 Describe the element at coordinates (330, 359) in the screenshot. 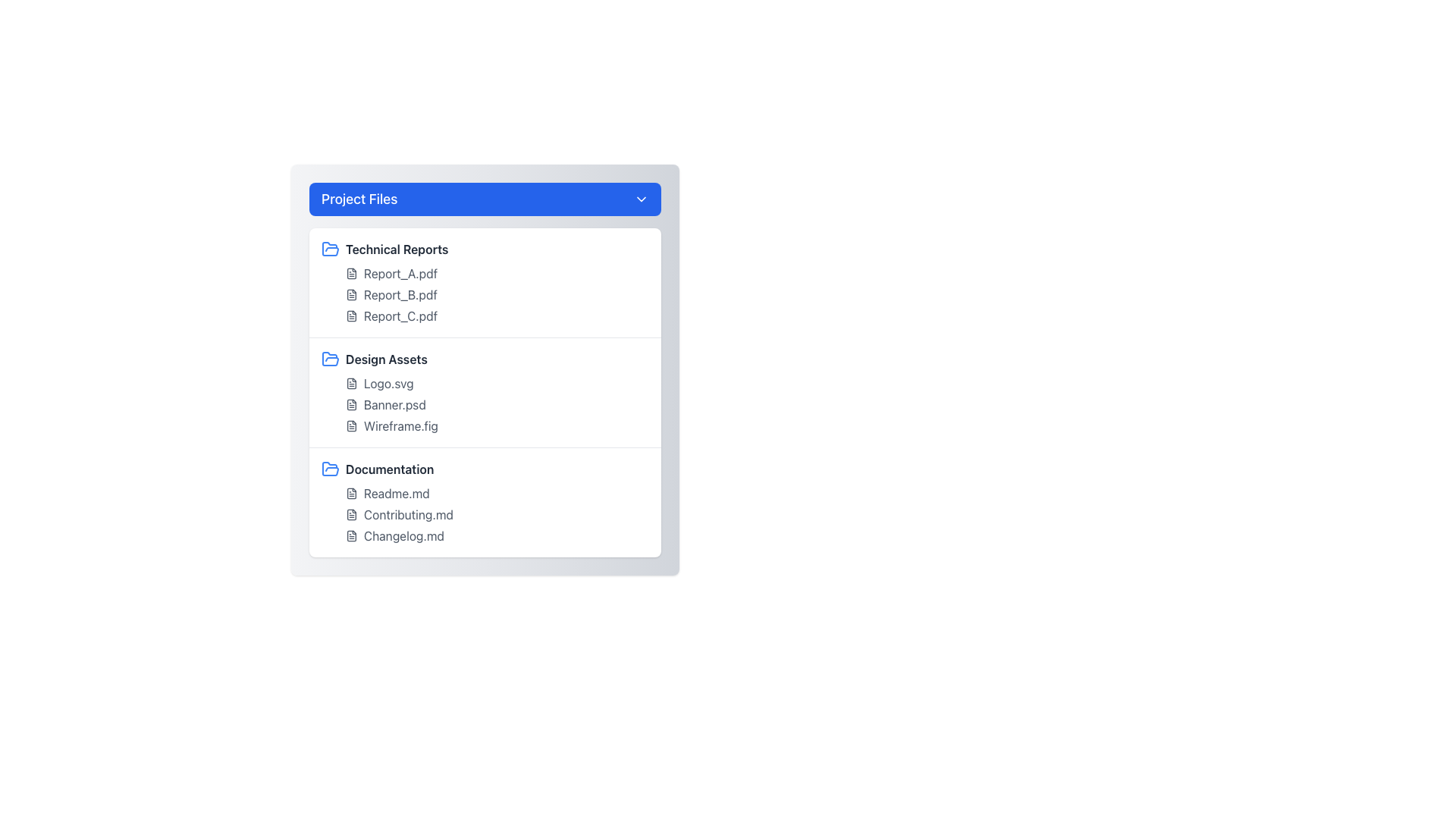

I see `the blue open folder icon located to the left of the 'Design Assets' label` at that location.